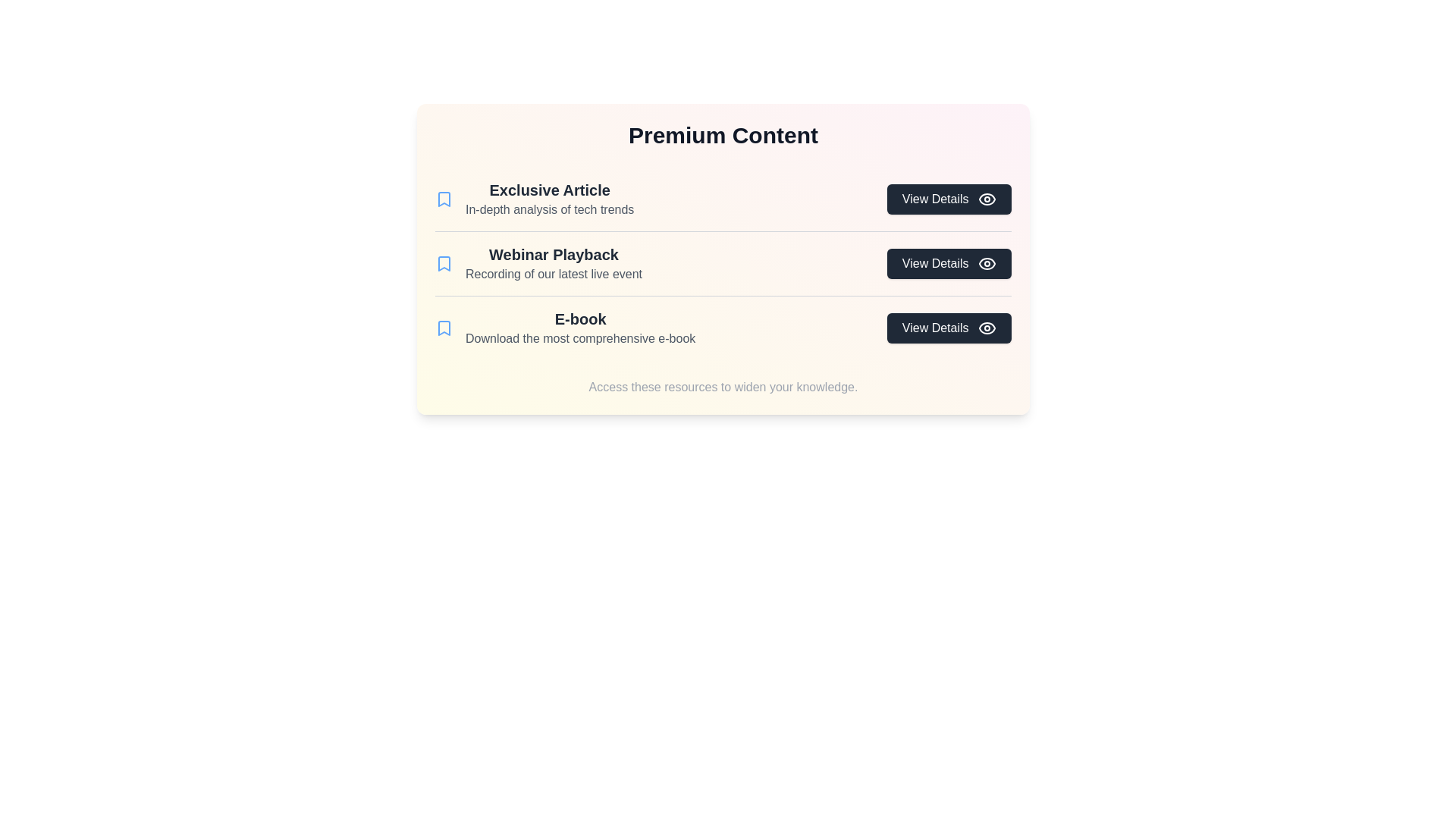 This screenshot has height=819, width=1456. Describe the element at coordinates (443, 327) in the screenshot. I see `the bookmark icon for the content item titled E-book` at that location.